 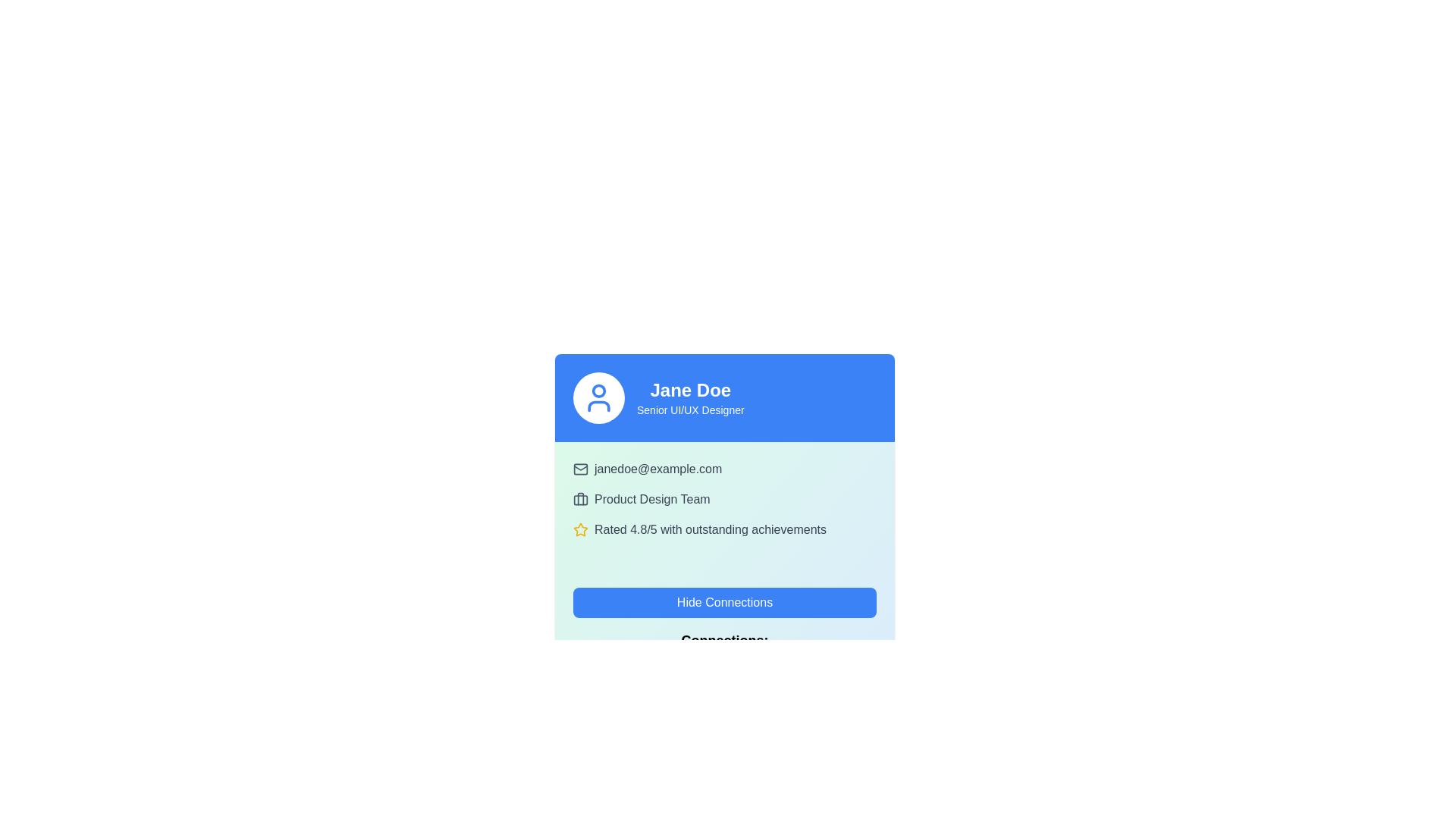 What do you see at coordinates (598, 397) in the screenshot?
I see `the Profile picture icon for user 'Jane Doe' located at the top-left corner of the profile card` at bounding box center [598, 397].